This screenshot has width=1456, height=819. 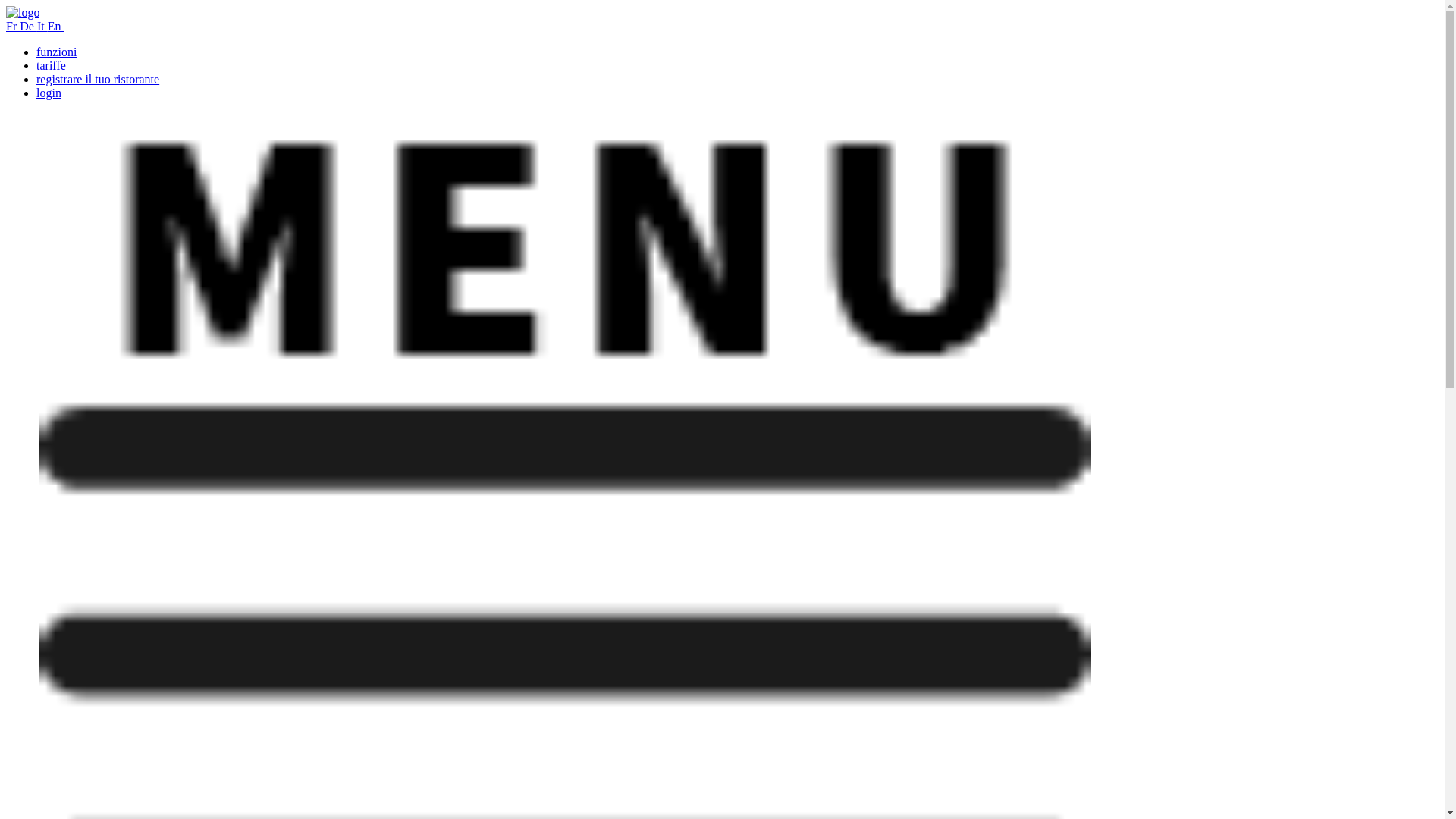 What do you see at coordinates (97, 79) in the screenshot?
I see `'registrare il tuo ristorante'` at bounding box center [97, 79].